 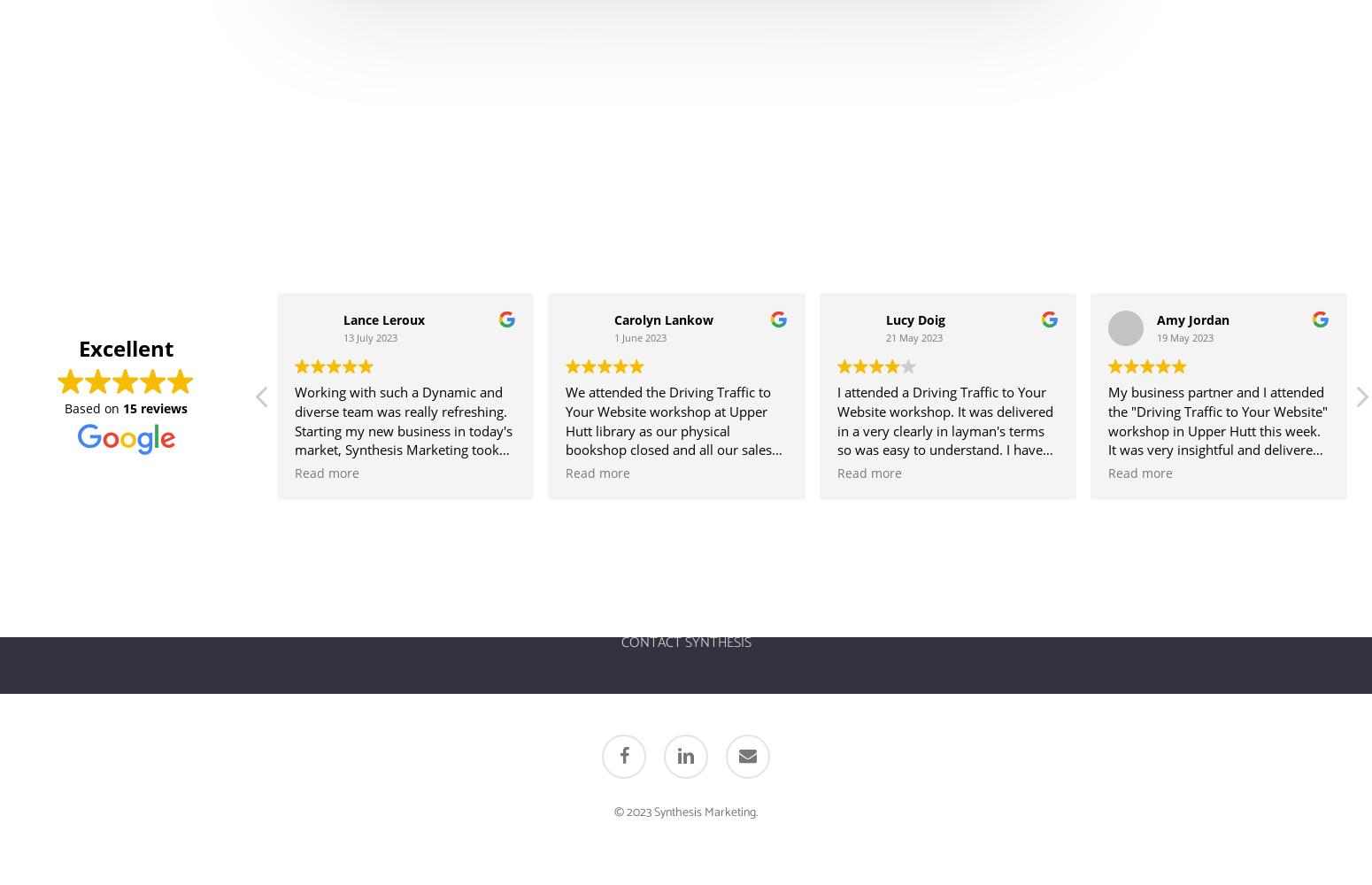 What do you see at coordinates (401, 400) in the screenshot?
I see `'Working with such a Dynamic and diverse team was really refreshing.'` at bounding box center [401, 400].